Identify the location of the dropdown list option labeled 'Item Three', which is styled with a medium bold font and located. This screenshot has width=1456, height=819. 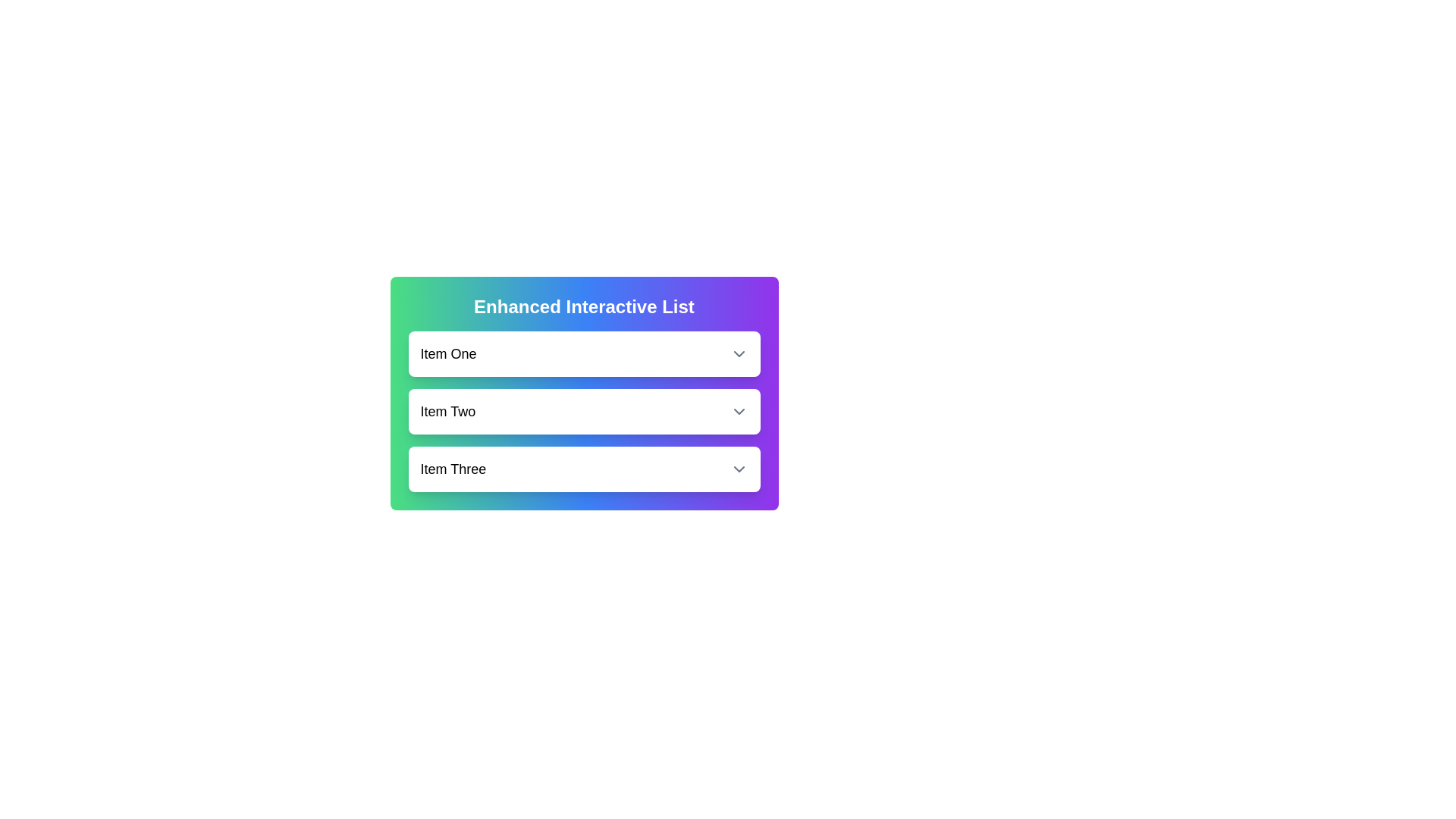
(583, 468).